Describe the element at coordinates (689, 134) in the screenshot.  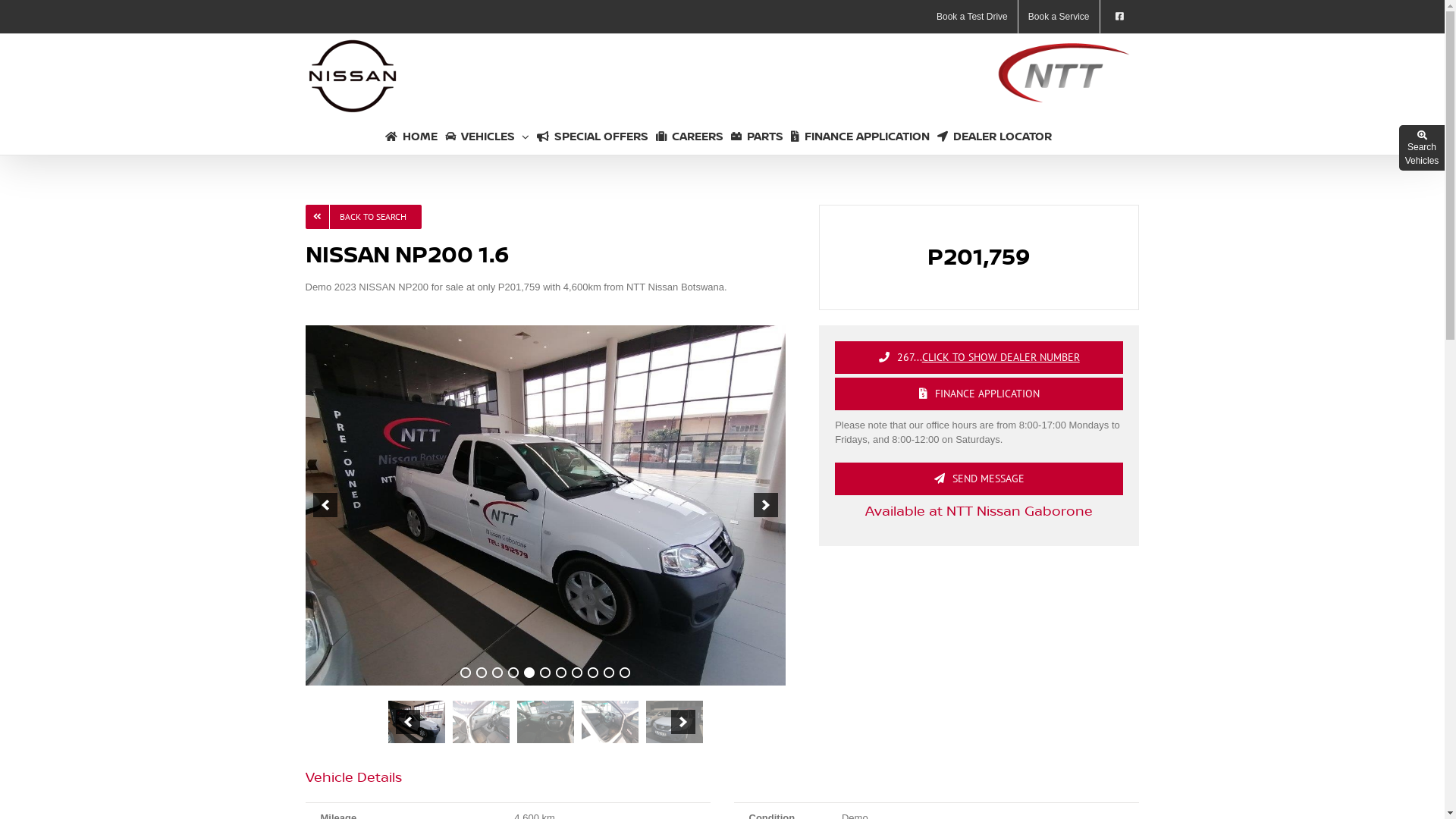
I see `'CAREERS'` at that location.